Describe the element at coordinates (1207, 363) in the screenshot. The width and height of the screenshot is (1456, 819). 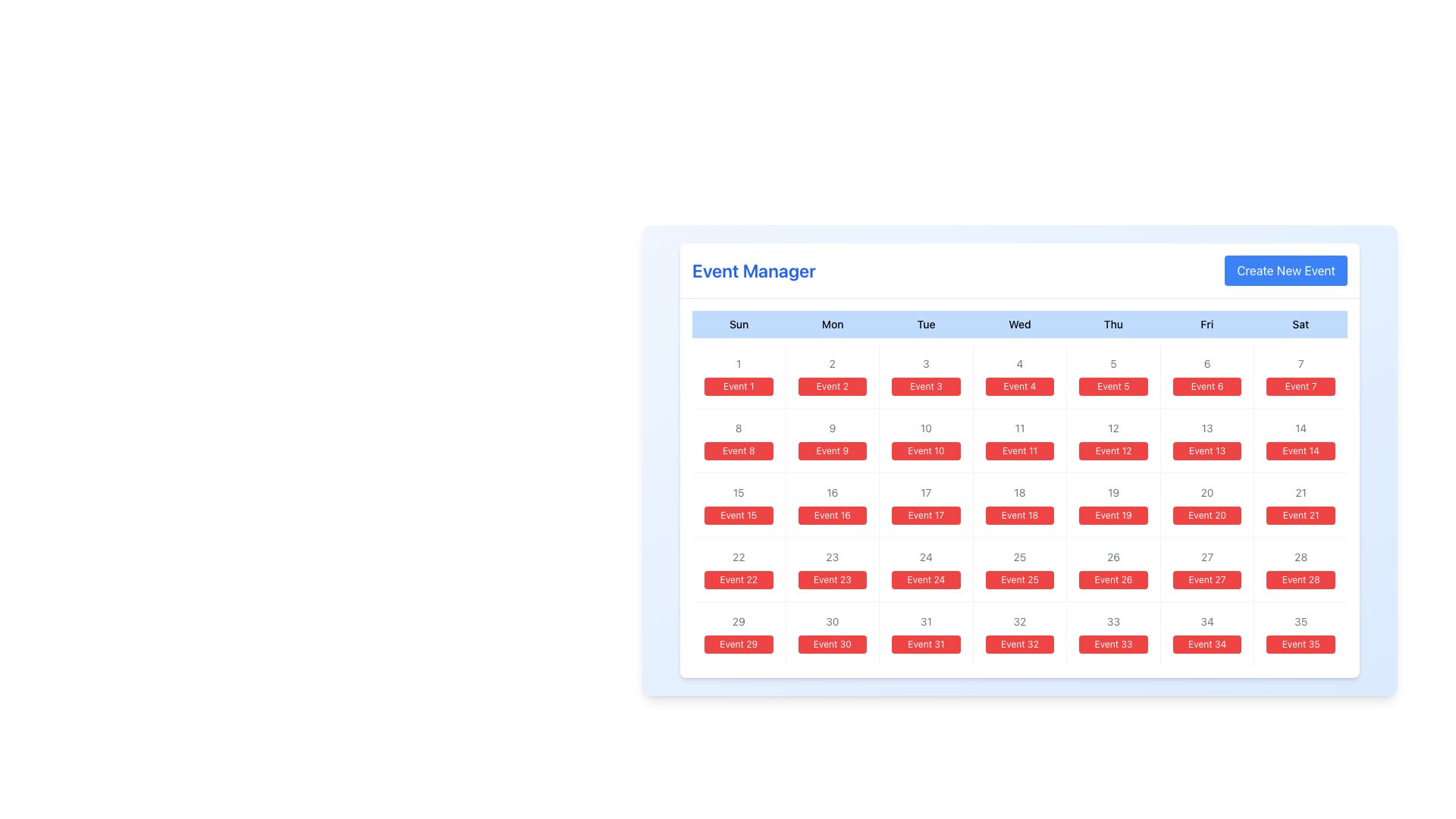
I see `the text label displaying '6' in gray font color, which is positioned above the red button labeled 'Event 6' in the Friday column of a calendar layout` at that location.